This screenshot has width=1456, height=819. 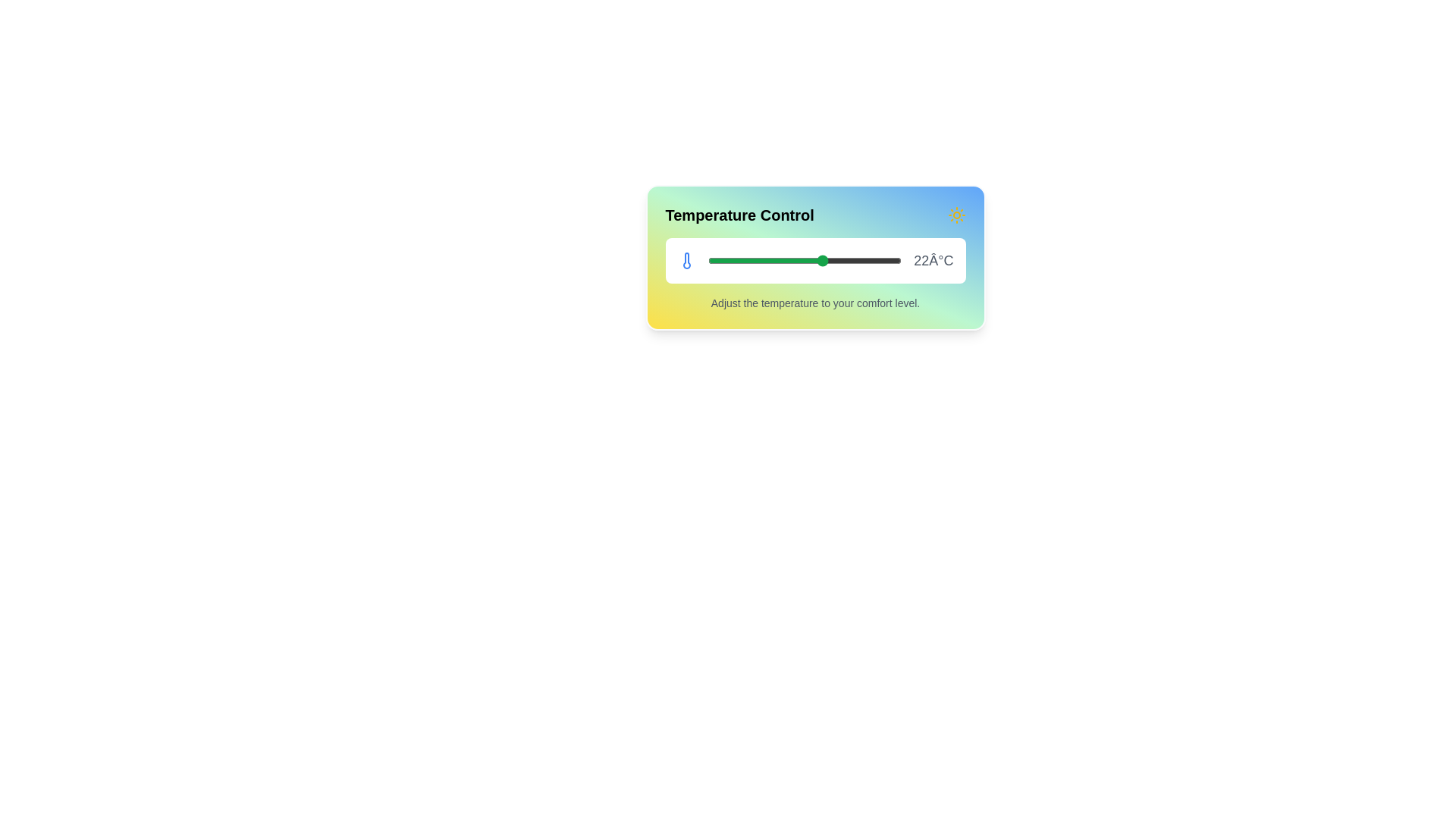 I want to click on the temperature, so click(x=833, y=256).